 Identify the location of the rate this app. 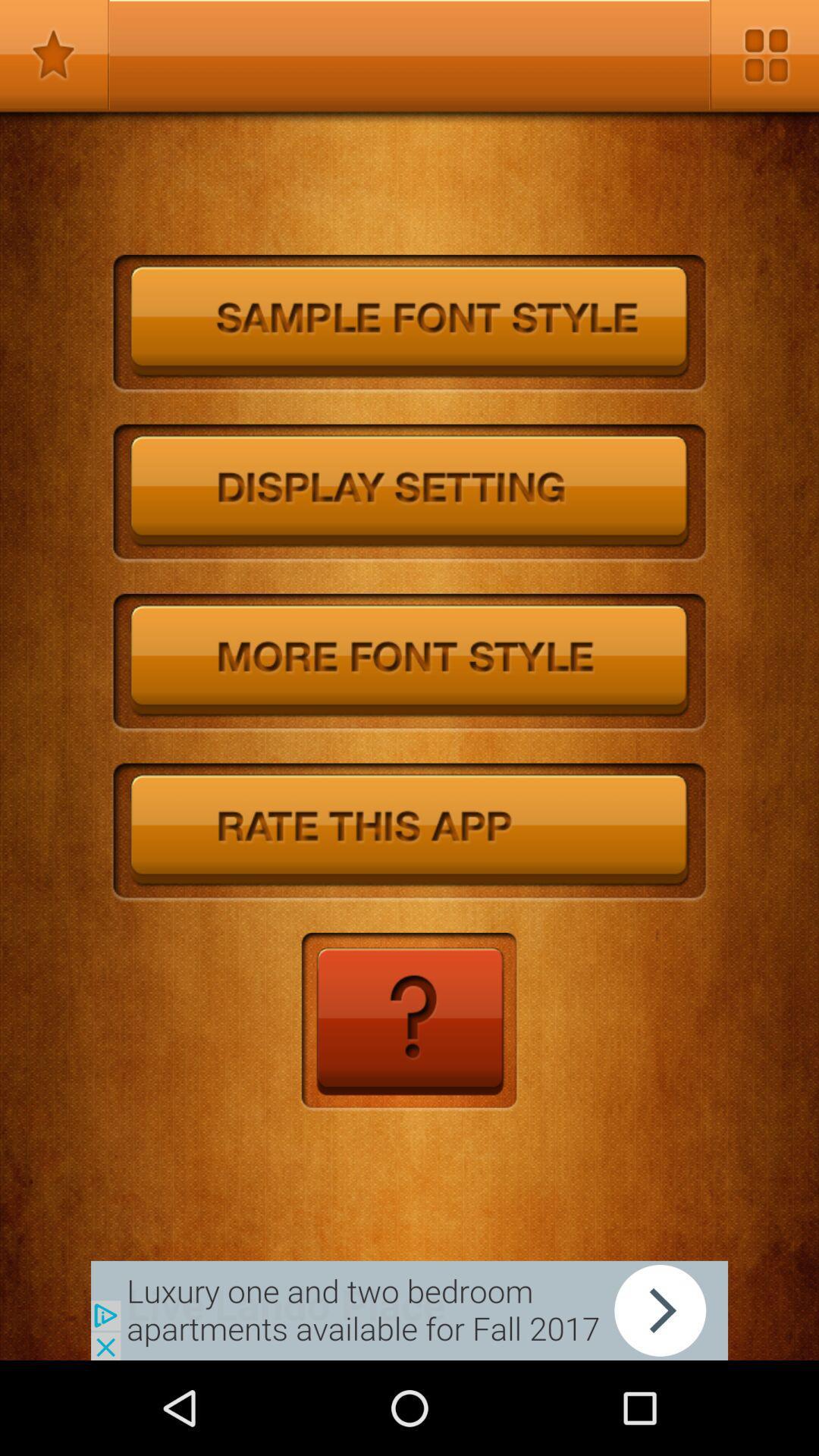
(409, 832).